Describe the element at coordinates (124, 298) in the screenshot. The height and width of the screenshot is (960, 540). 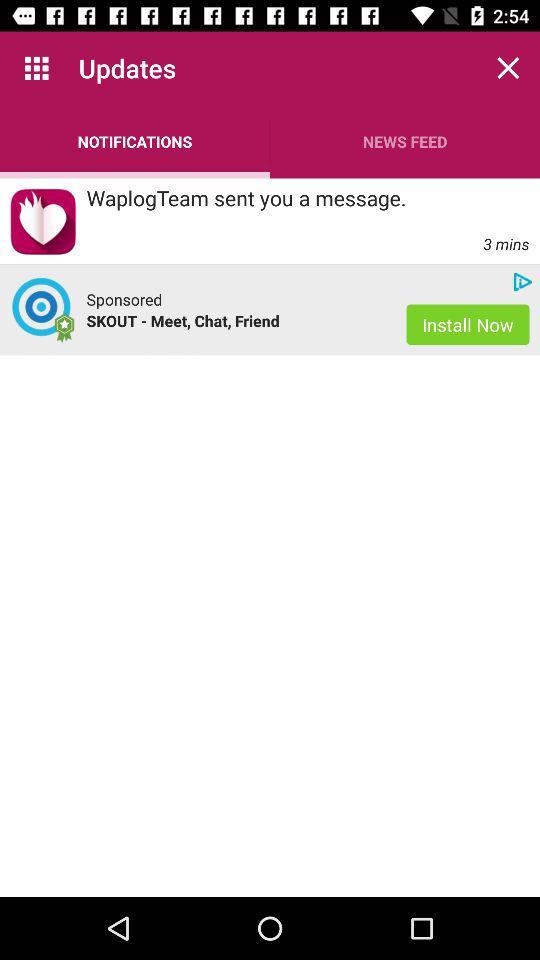
I see `the icon below the waplogteam sent you item` at that location.